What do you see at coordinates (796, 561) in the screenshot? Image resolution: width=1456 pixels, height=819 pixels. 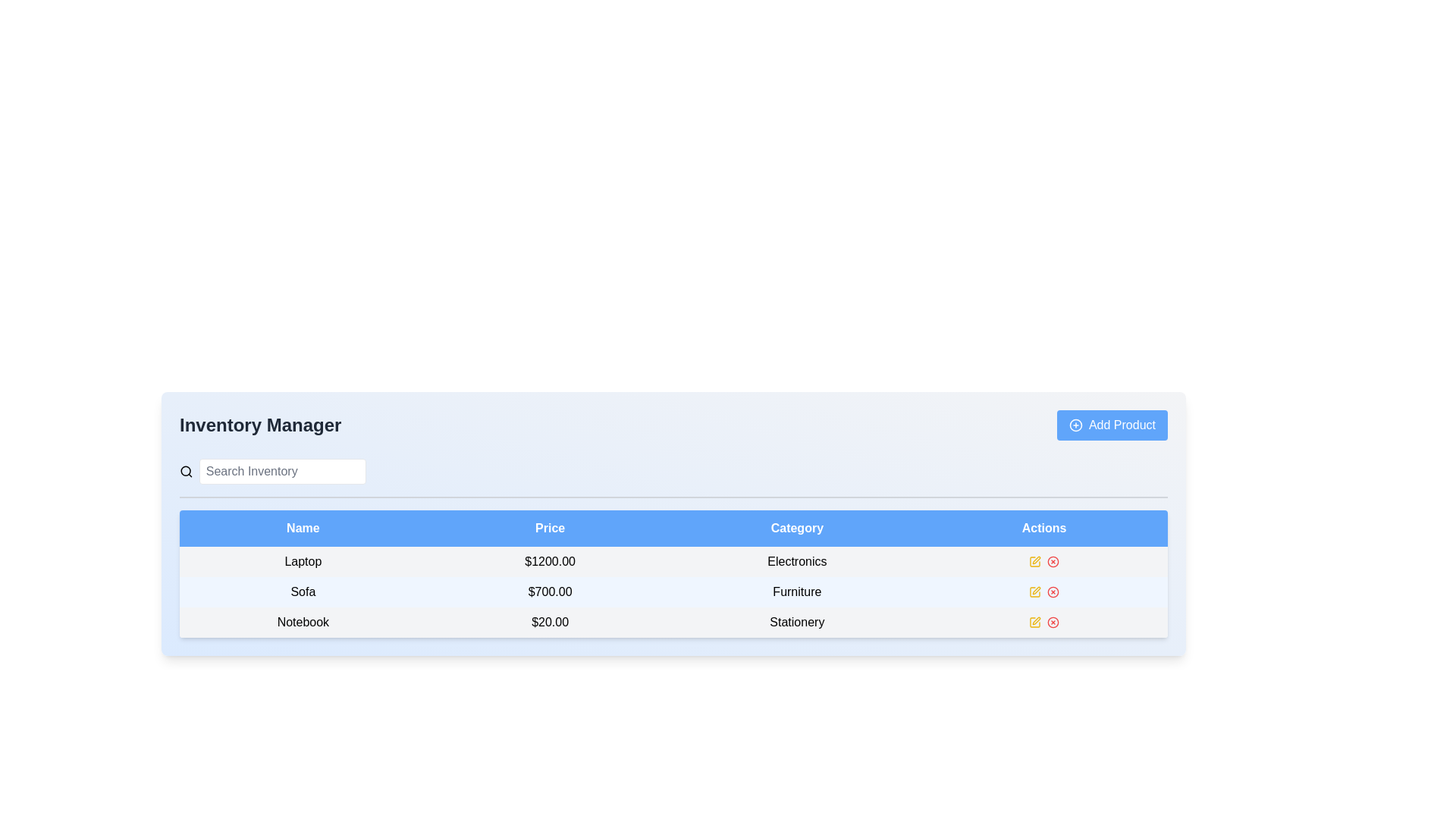 I see `text of the Label indicating the product category in the first row of the inventory table, located in the third column titled 'Category'` at bounding box center [796, 561].